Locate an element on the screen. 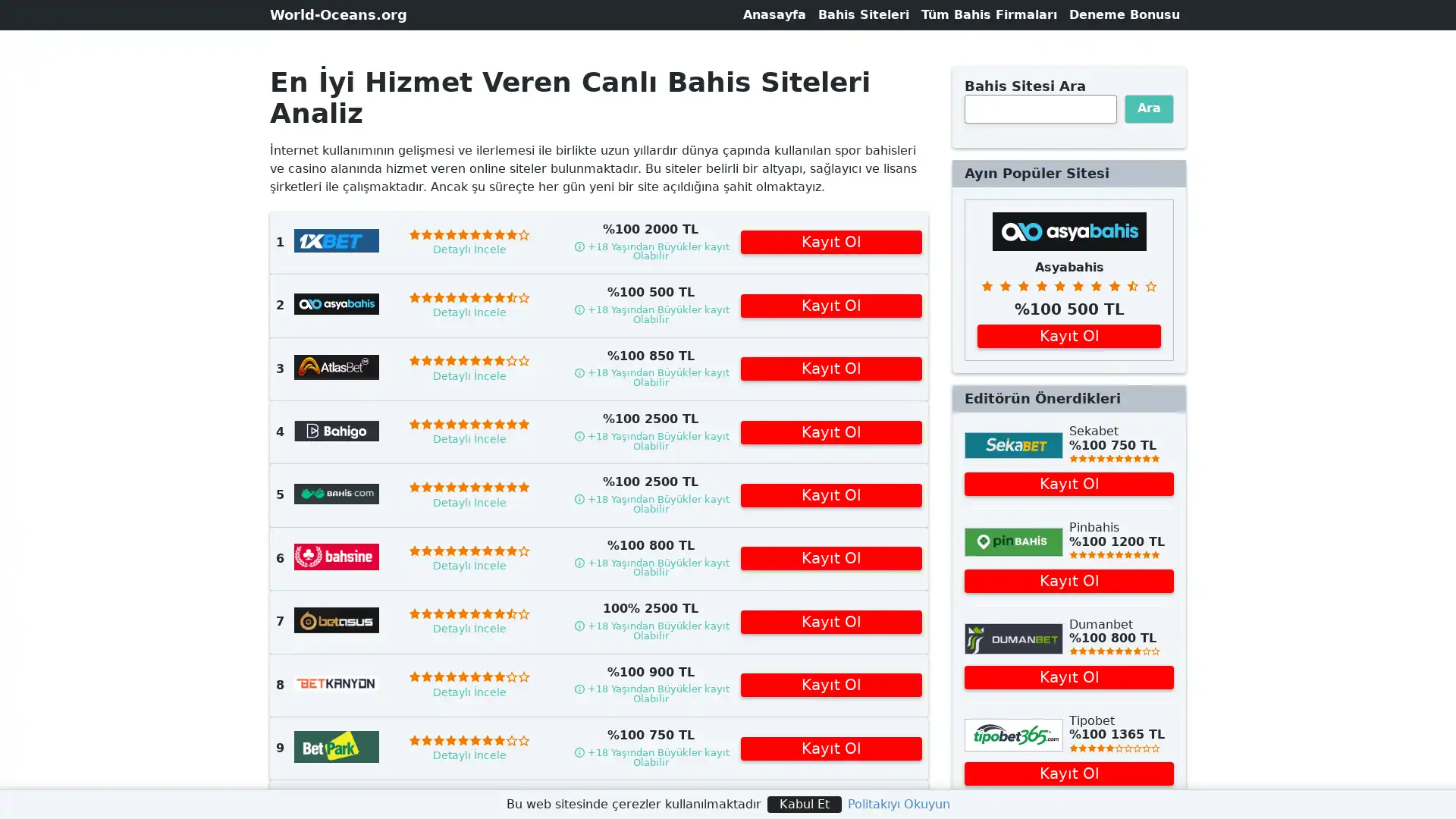  Load terms and conditions is located at coordinates (650, 504).